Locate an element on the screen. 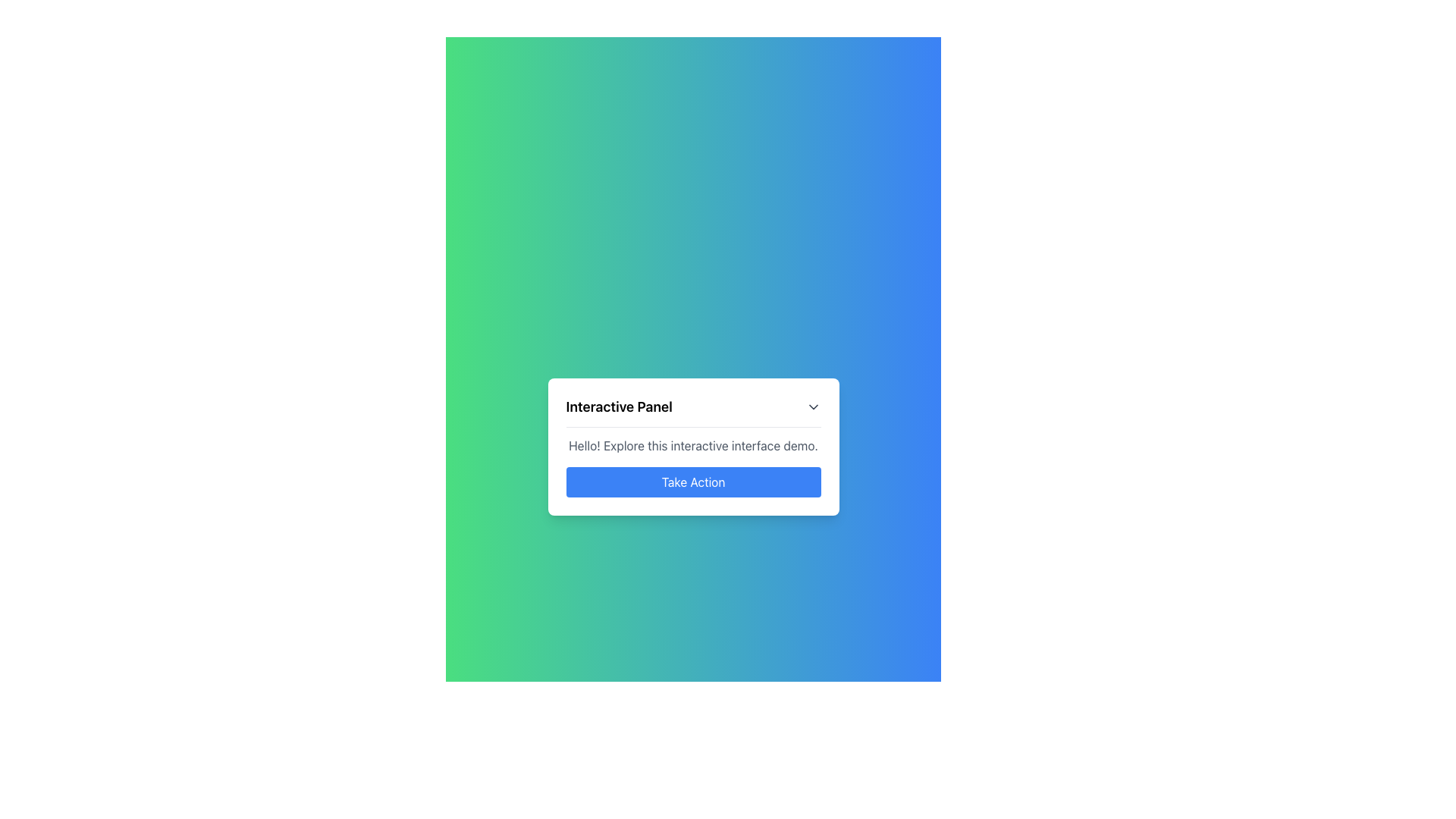  static text that says 'Hello! Explore this interactive interface demo.' which is located within the 'Interactive Panel' card above the blue 'Take Action' button is located at coordinates (692, 444).